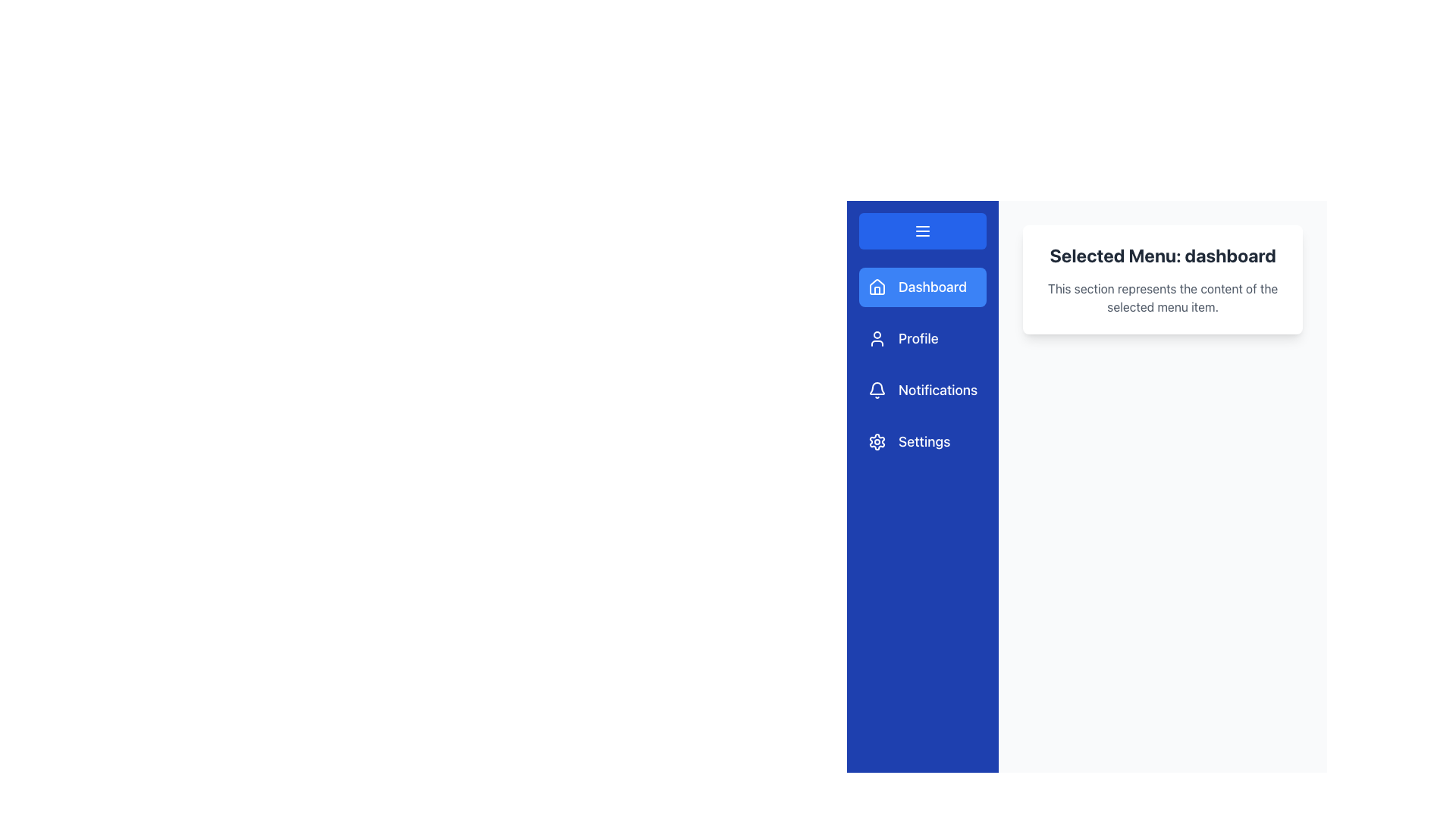 Image resolution: width=1456 pixels, height=819 pixels. What do you see at coordinates (922, 390) in the screenshot?
I see `the button in the vertical menu panel that navigates to the Notifications page, located third from the top beneath 'Dashboard' and 'Profile'` at bounding box center [922, 390].